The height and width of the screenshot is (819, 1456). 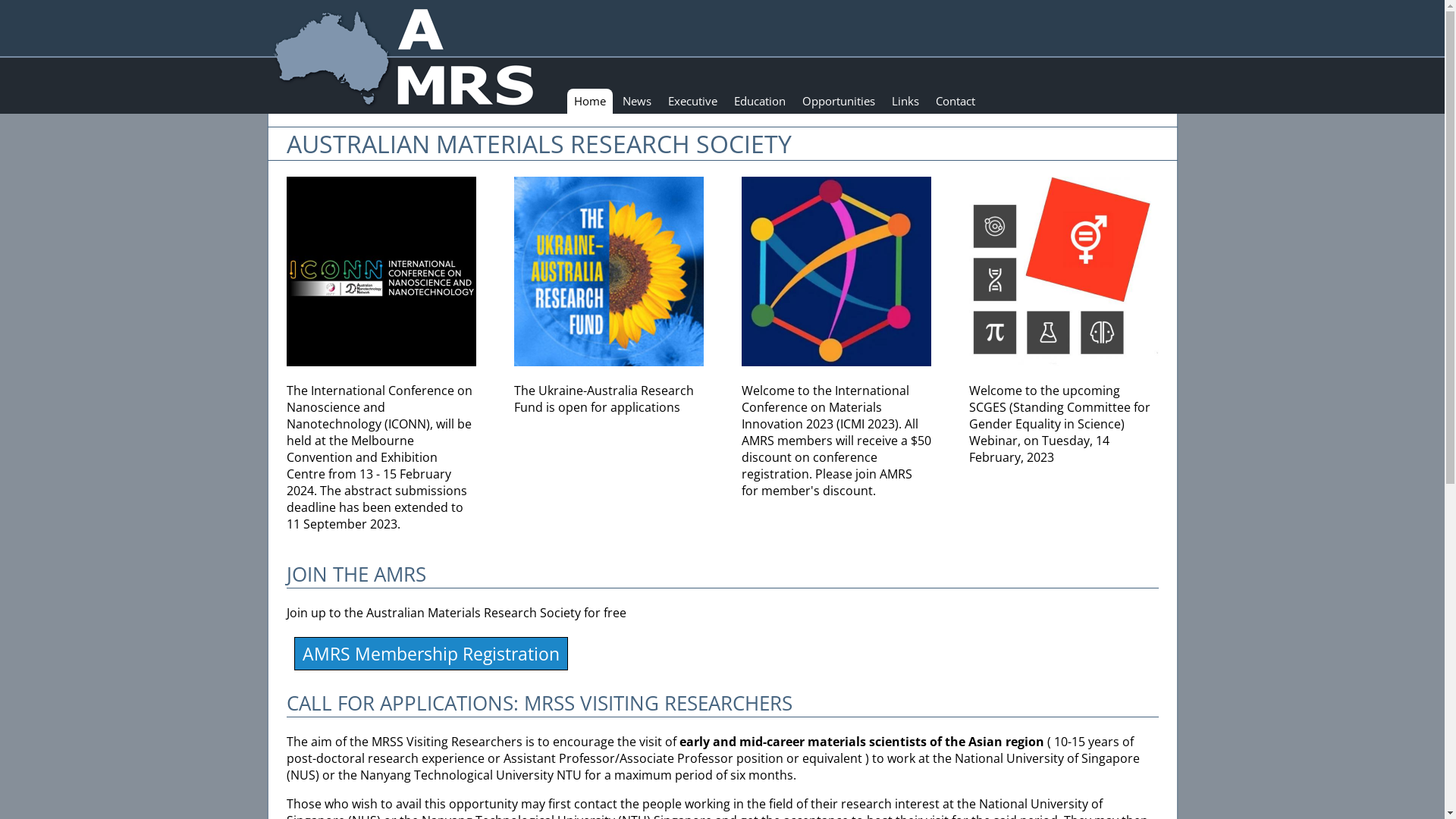 What do you see at coordinates (637, 101) in the screenshot?
I see `'News'` at bounding box center [637, 101].